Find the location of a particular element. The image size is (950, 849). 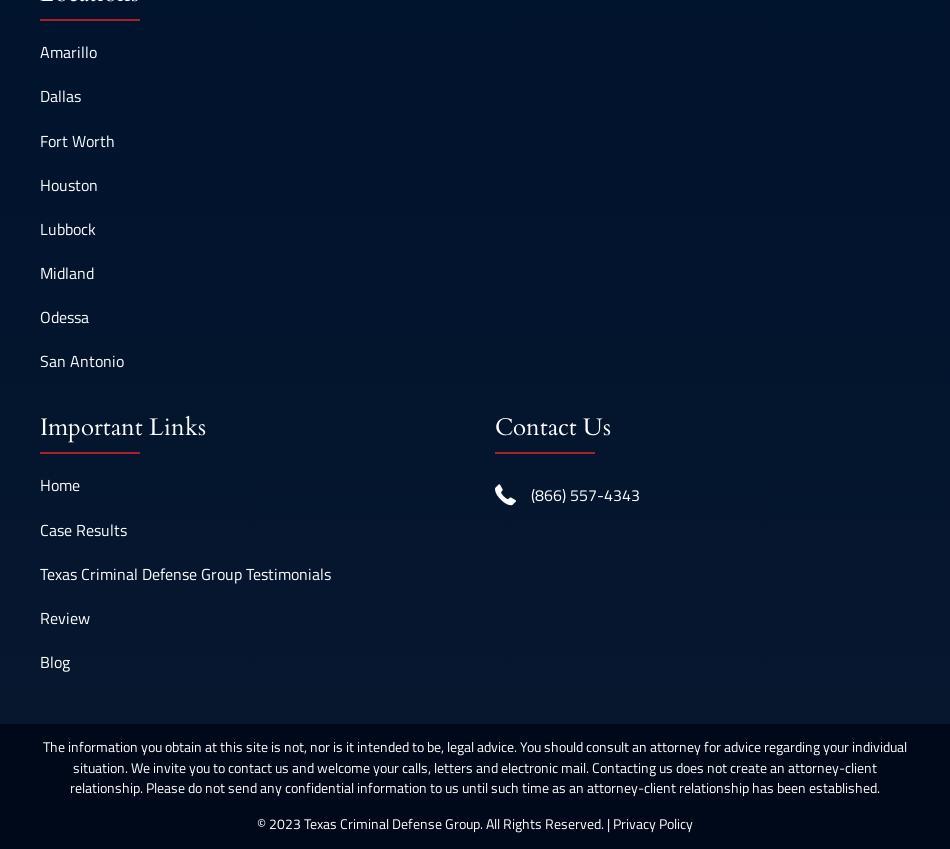

'The information you obtain at this site is not, nor is it intended to be, legal advice. You should consult an attorney for advice regarding your individual situation. We invite you to contact us and welcome your calls, letters and electronic mail. Contacting us does not create an attorney-client relationship. Please do not send any confidential information to us until such time as an attorney-client relationship has been established.' is located at coordinates (475, 765).